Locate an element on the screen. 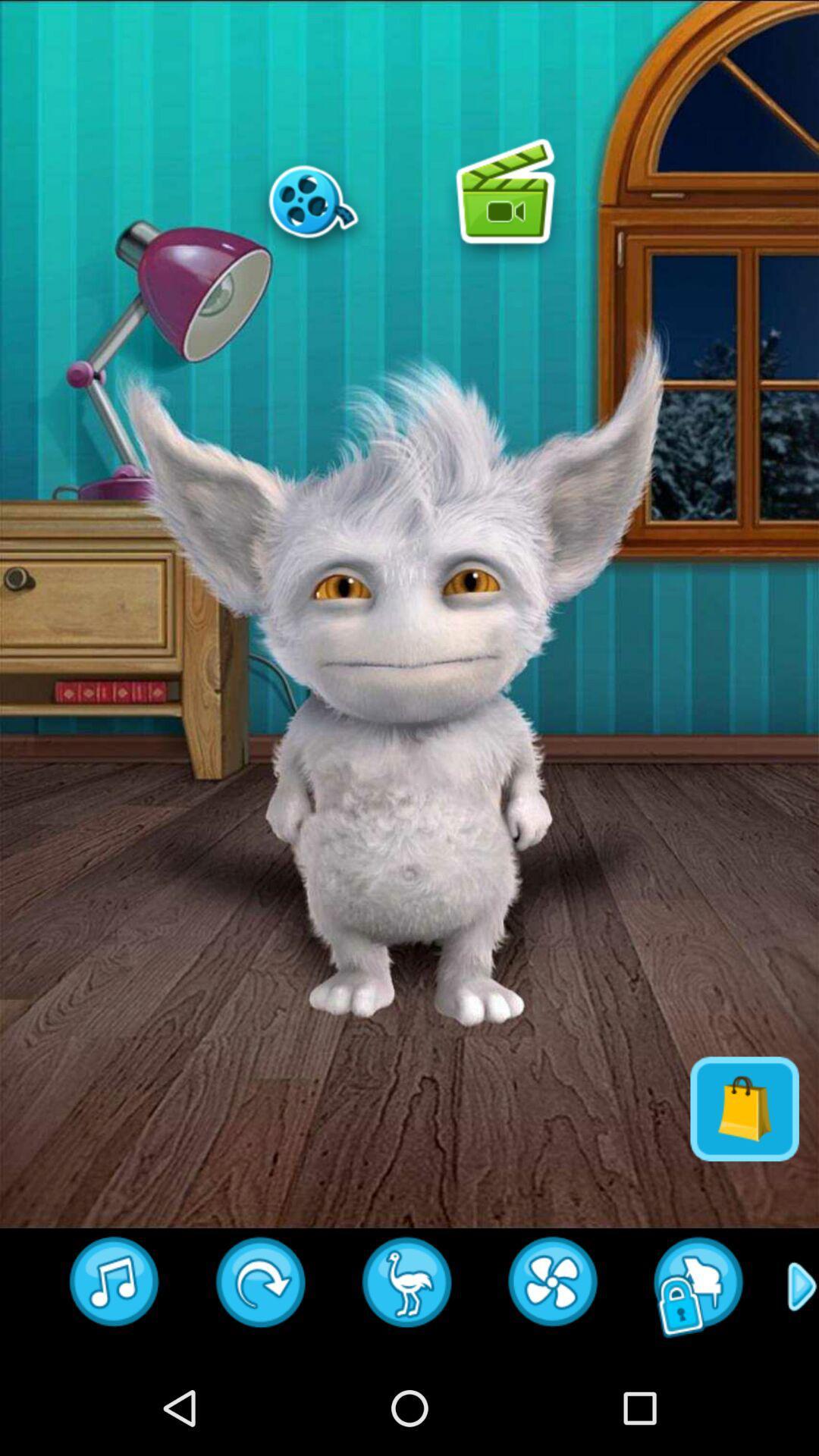 The height and width of the screenshot is (1456, 819). emoji is located at coordinates (114, 1286).